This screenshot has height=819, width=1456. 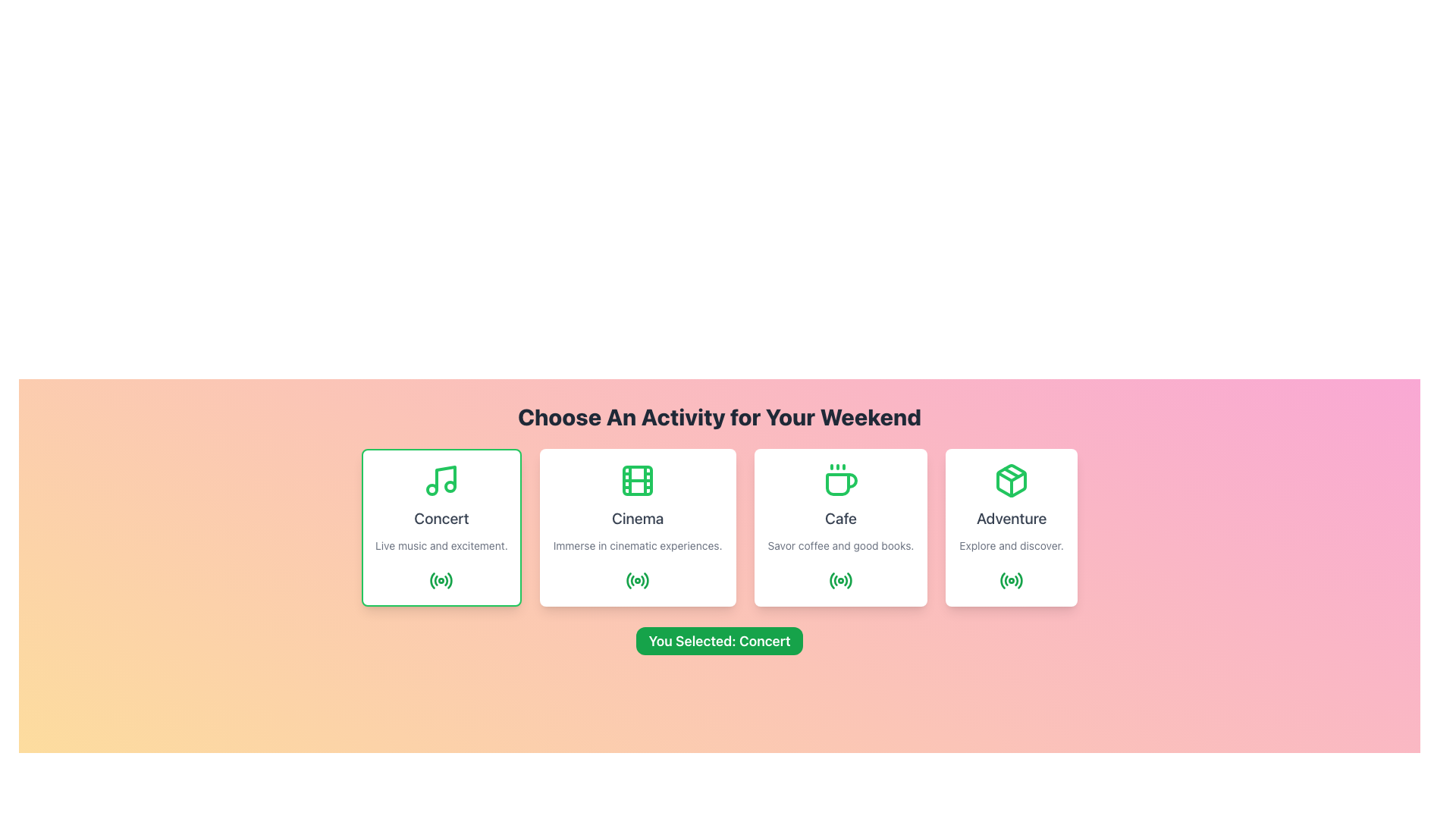 What do you see at coordinates (1012, 475) in the screenshot?
I see `the green triangular graphic within the fourth card labeled 'Adventure', which is part of the icon representing a package or box` at bounding box center [1012, 475].